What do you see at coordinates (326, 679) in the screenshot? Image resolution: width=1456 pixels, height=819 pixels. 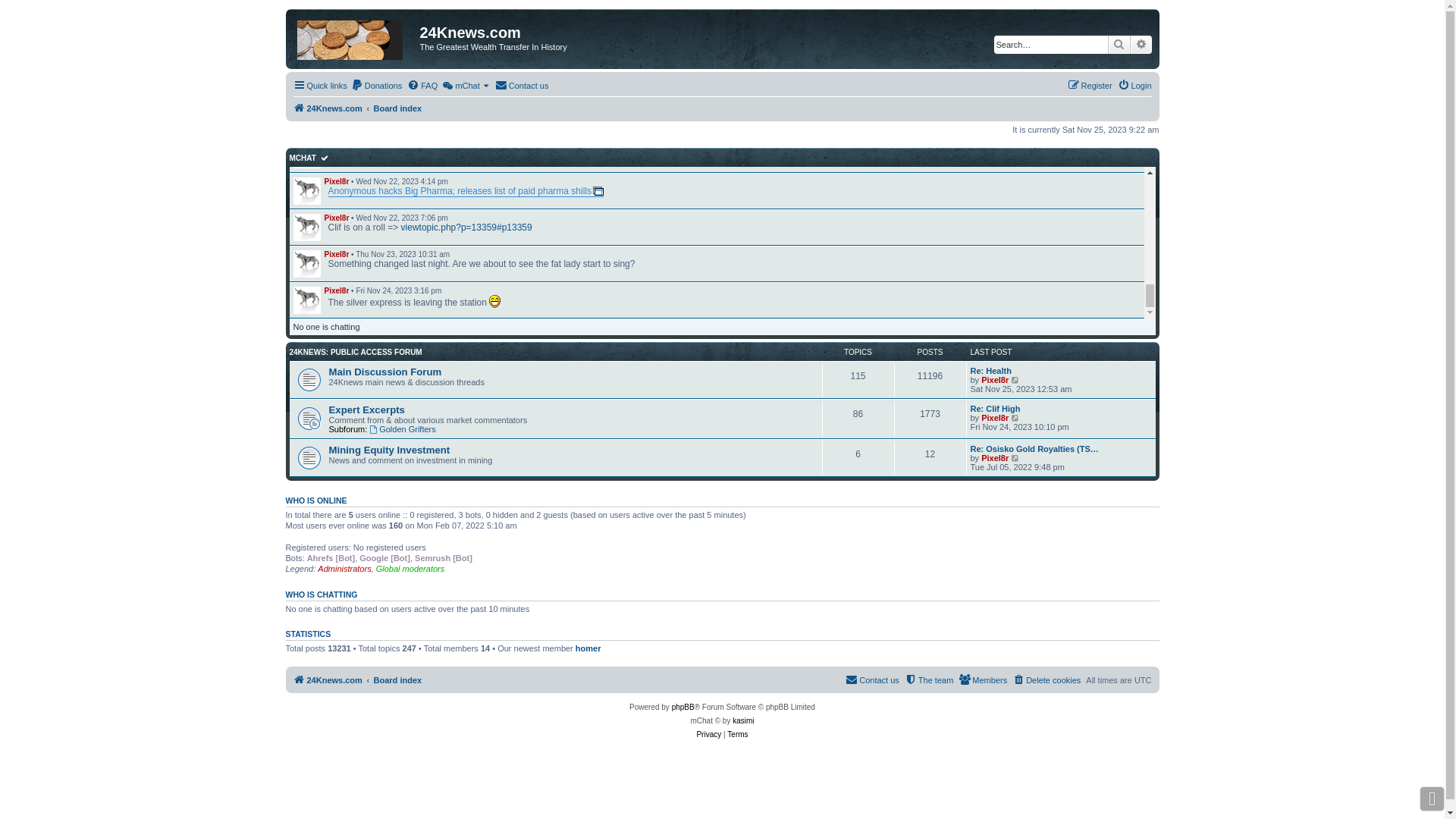 I see `'24Knews.com'` at bounding box center [326, 679].